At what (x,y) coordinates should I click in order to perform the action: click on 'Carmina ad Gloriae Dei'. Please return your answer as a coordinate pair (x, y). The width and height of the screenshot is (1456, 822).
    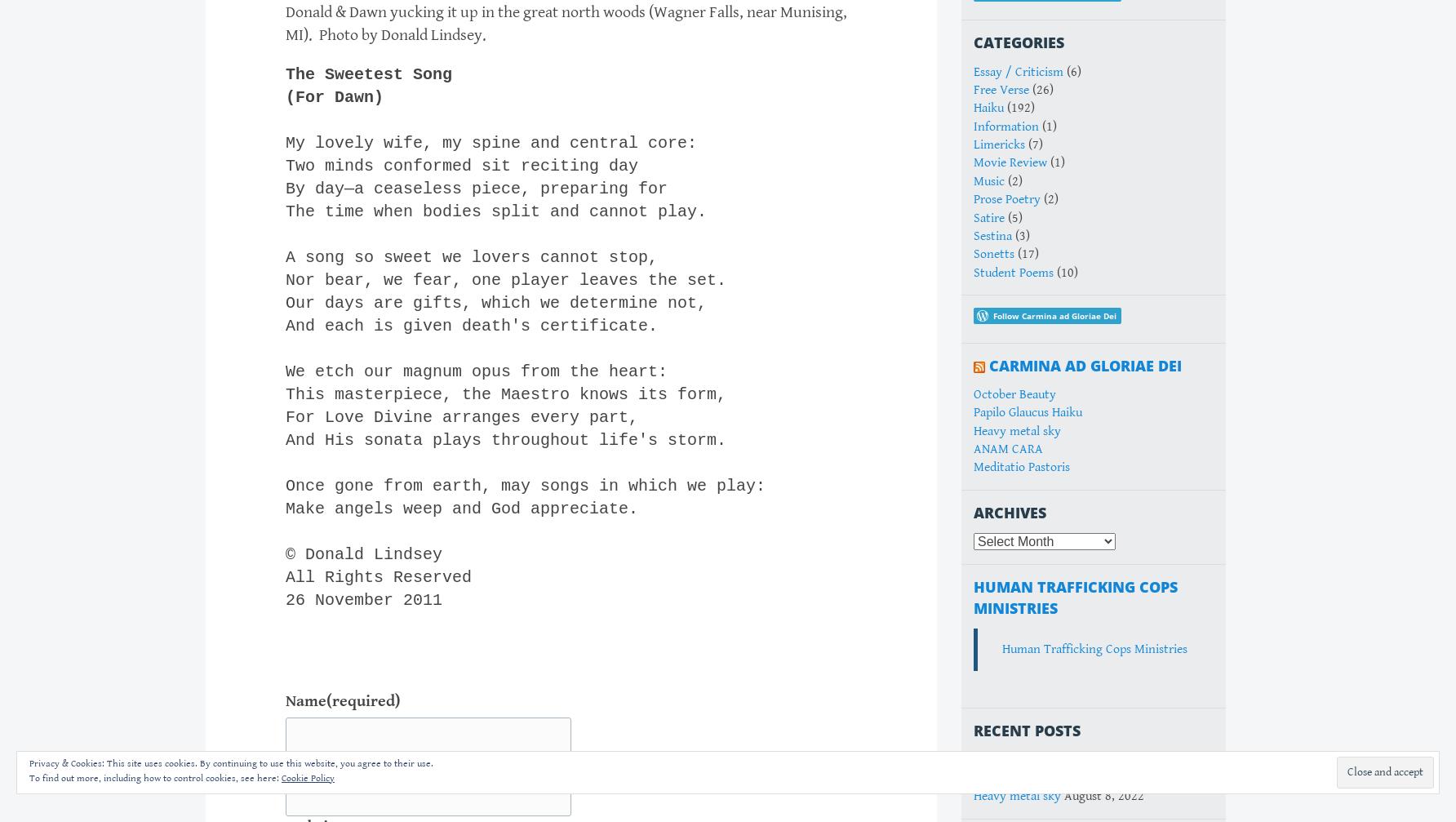
    Looking at the image, I should click on (1084, 365).